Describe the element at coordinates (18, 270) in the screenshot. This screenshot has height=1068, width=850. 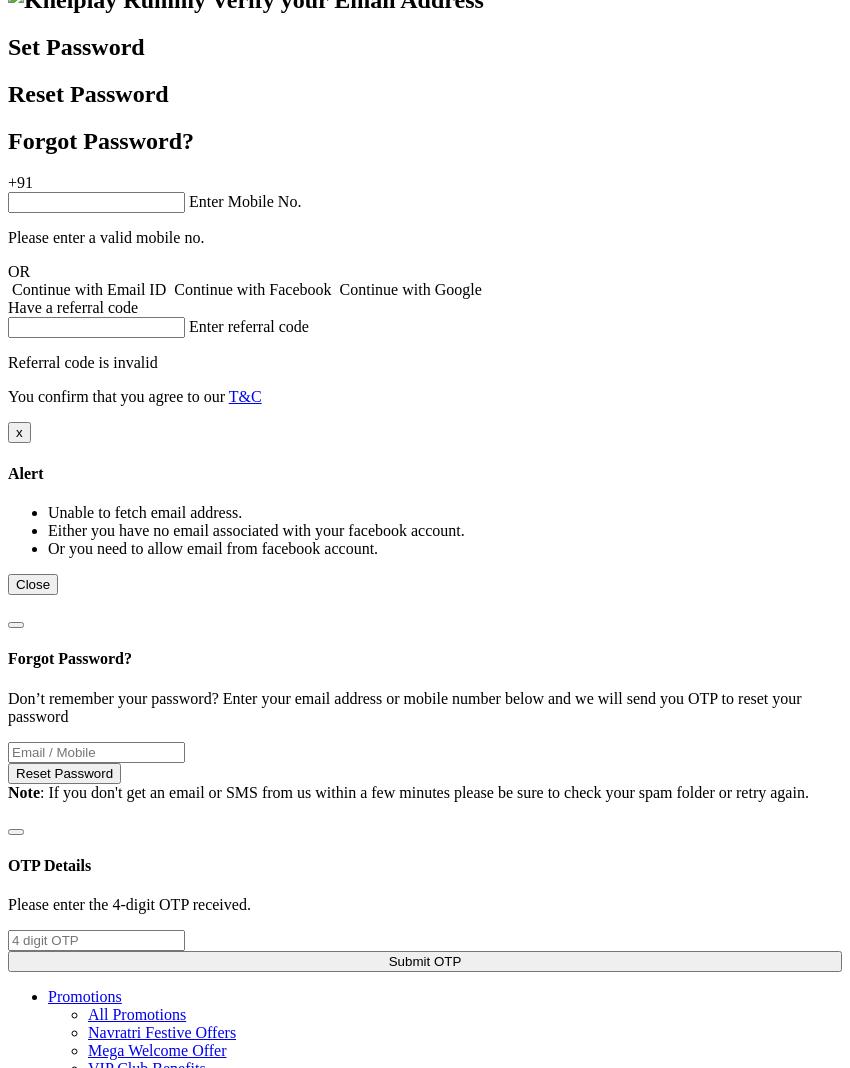
I see `'OR'` at that location.